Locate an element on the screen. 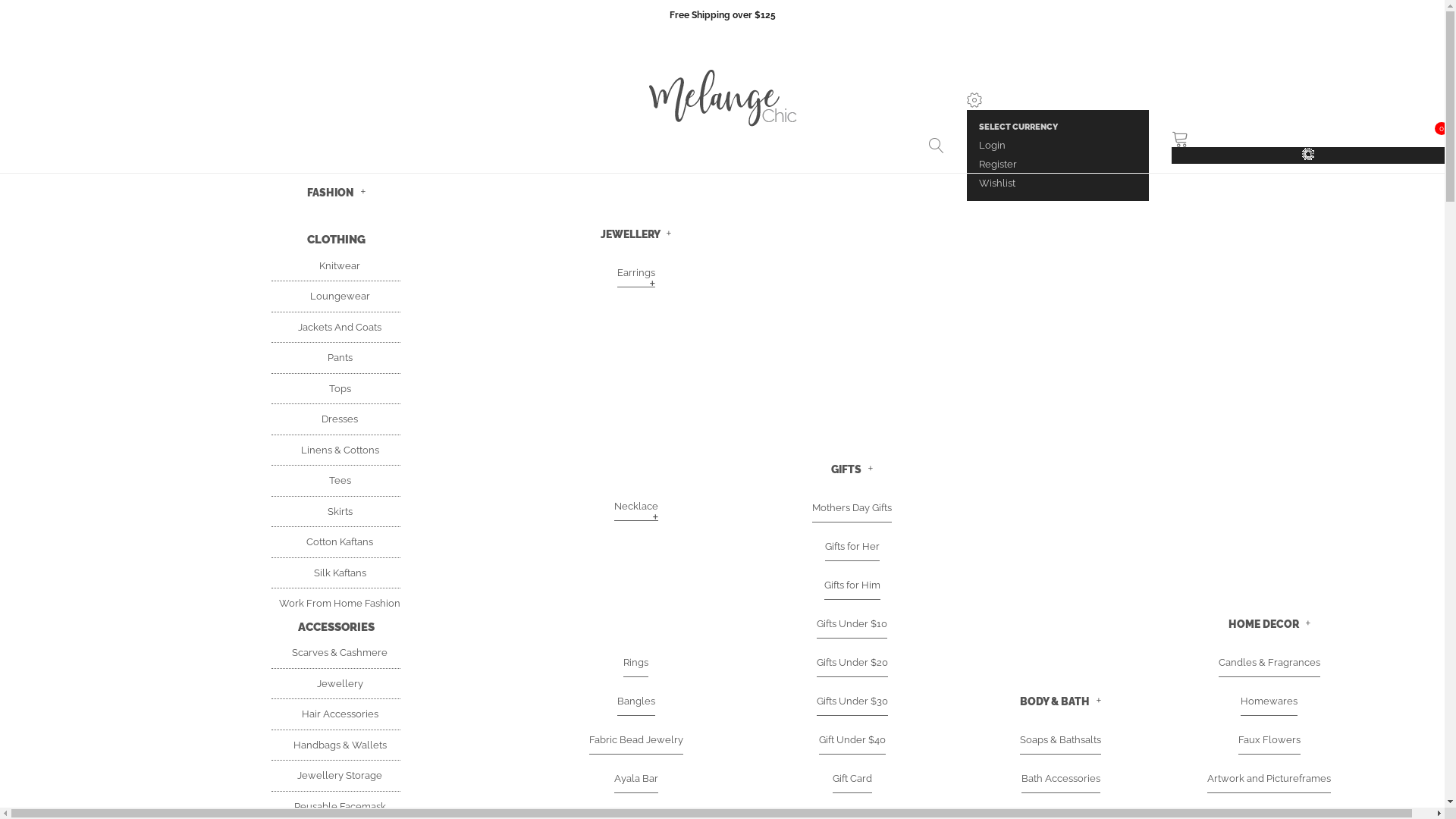 This screenshot has height=819, width=1456. 'Artwork and Pictureframes' is located at coordinates (1269, 778).